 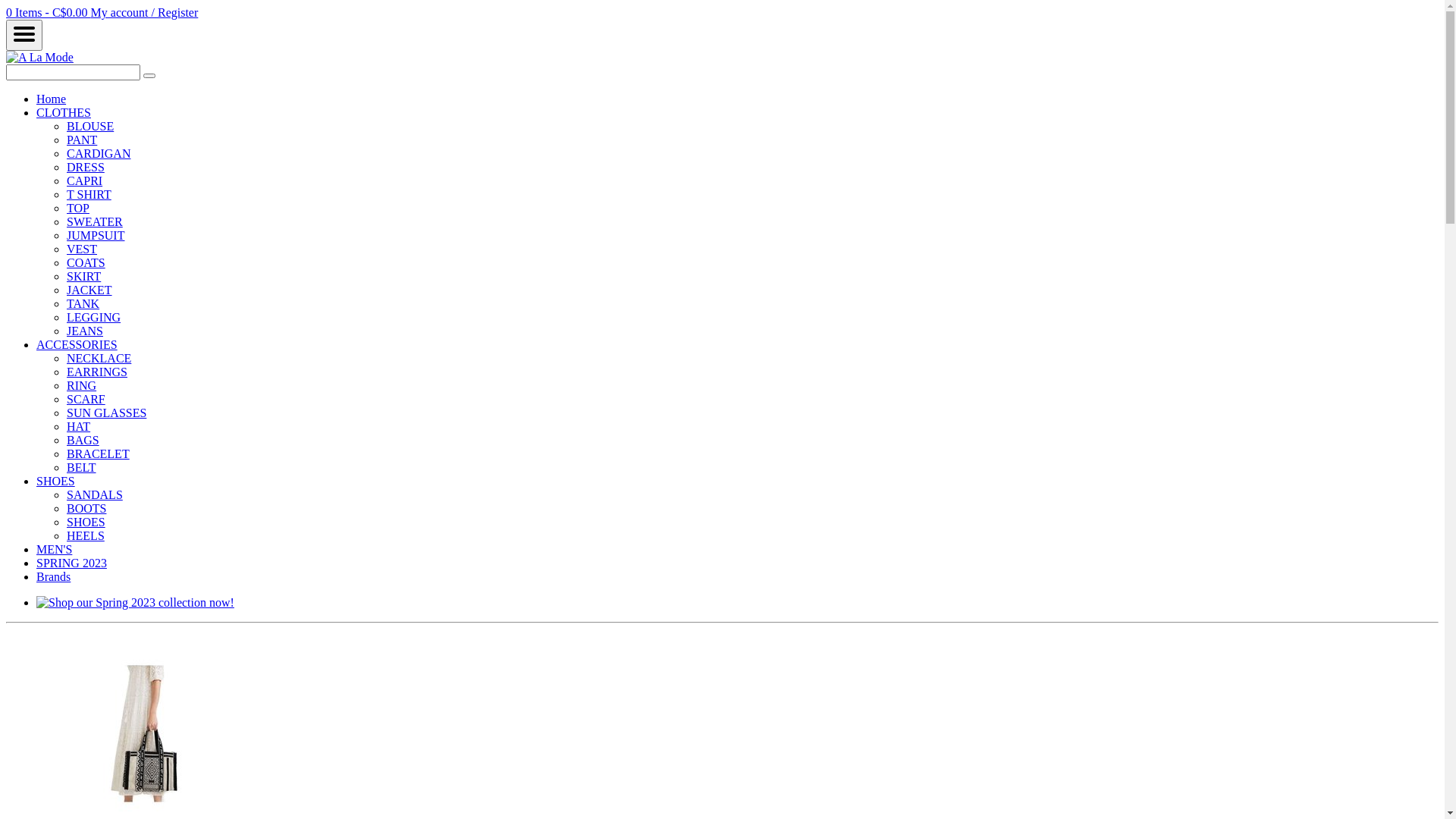 I want to click on '0 Items - C$0.00', so click(x=48, y=12).